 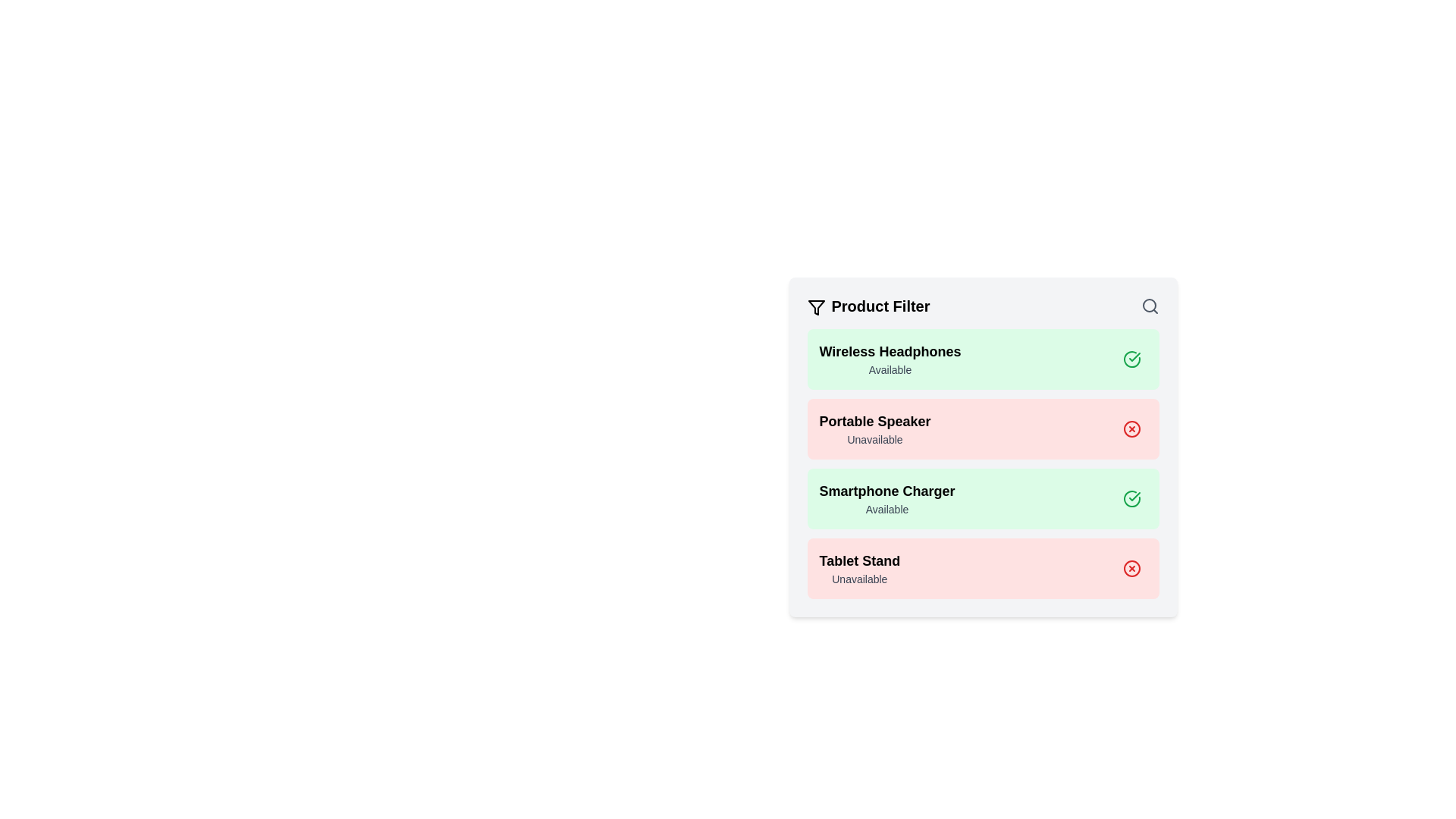 I want to click on text displayed in the Text display area that shows 'Portable Speaker' in bold and 'Unavailable' in smaller gray text on a red background, so click(x=875, y=429).